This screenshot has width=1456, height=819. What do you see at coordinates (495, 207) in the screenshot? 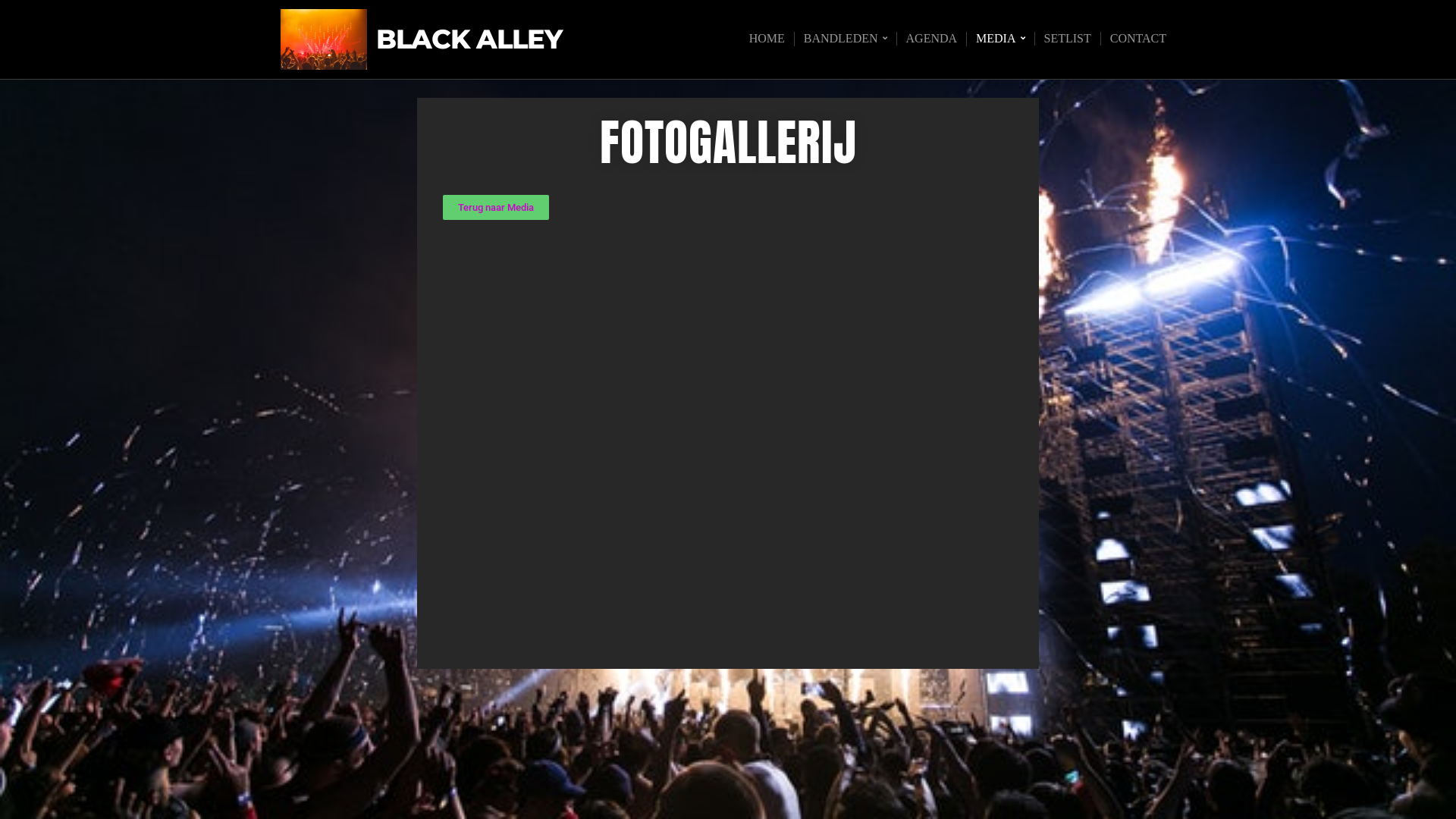
I see `'Terug naar Media'` at bounding box center [495, 207].